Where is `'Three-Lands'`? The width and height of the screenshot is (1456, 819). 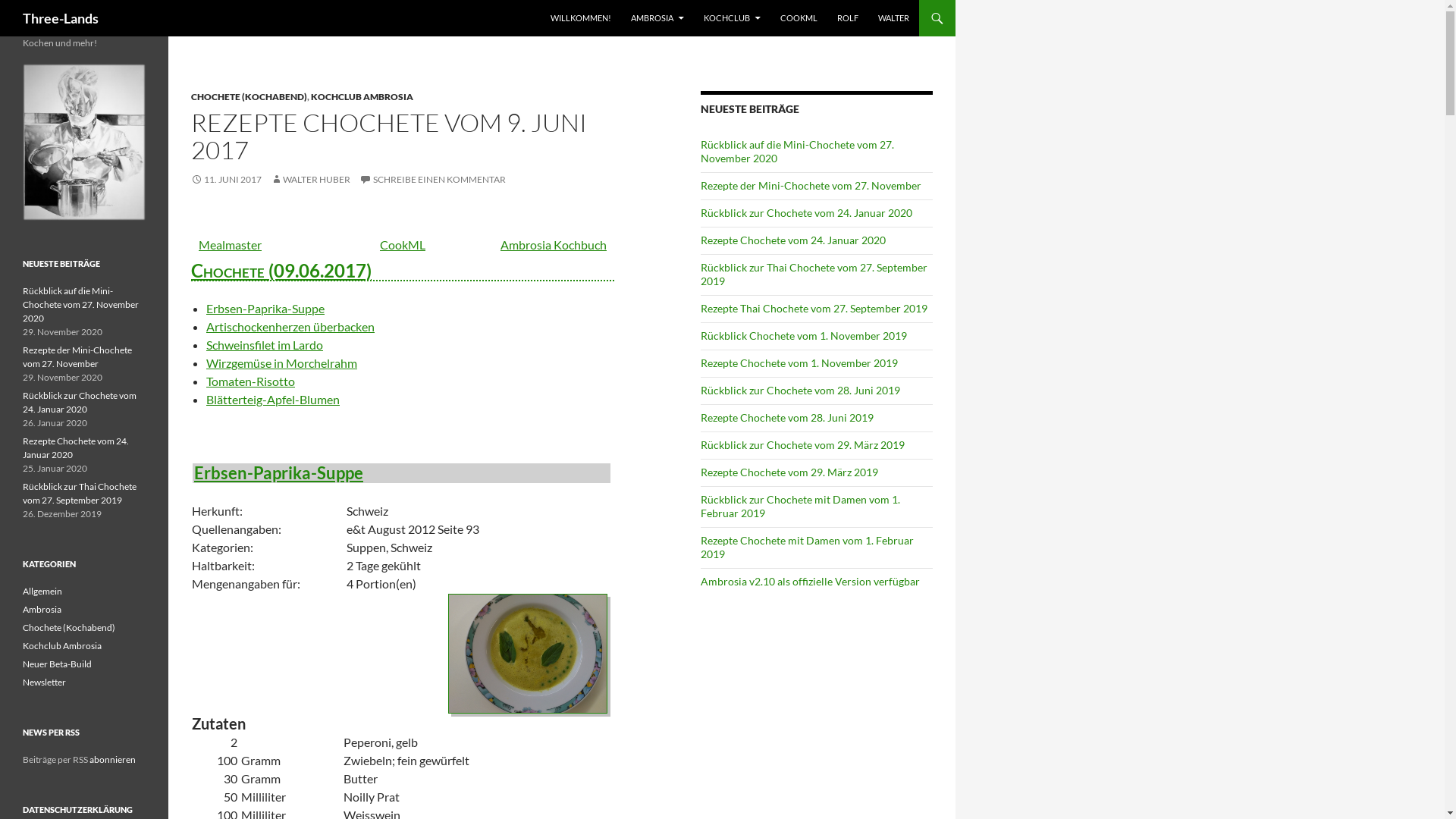
'Three-Lands' is located at coordinates (61, 17).